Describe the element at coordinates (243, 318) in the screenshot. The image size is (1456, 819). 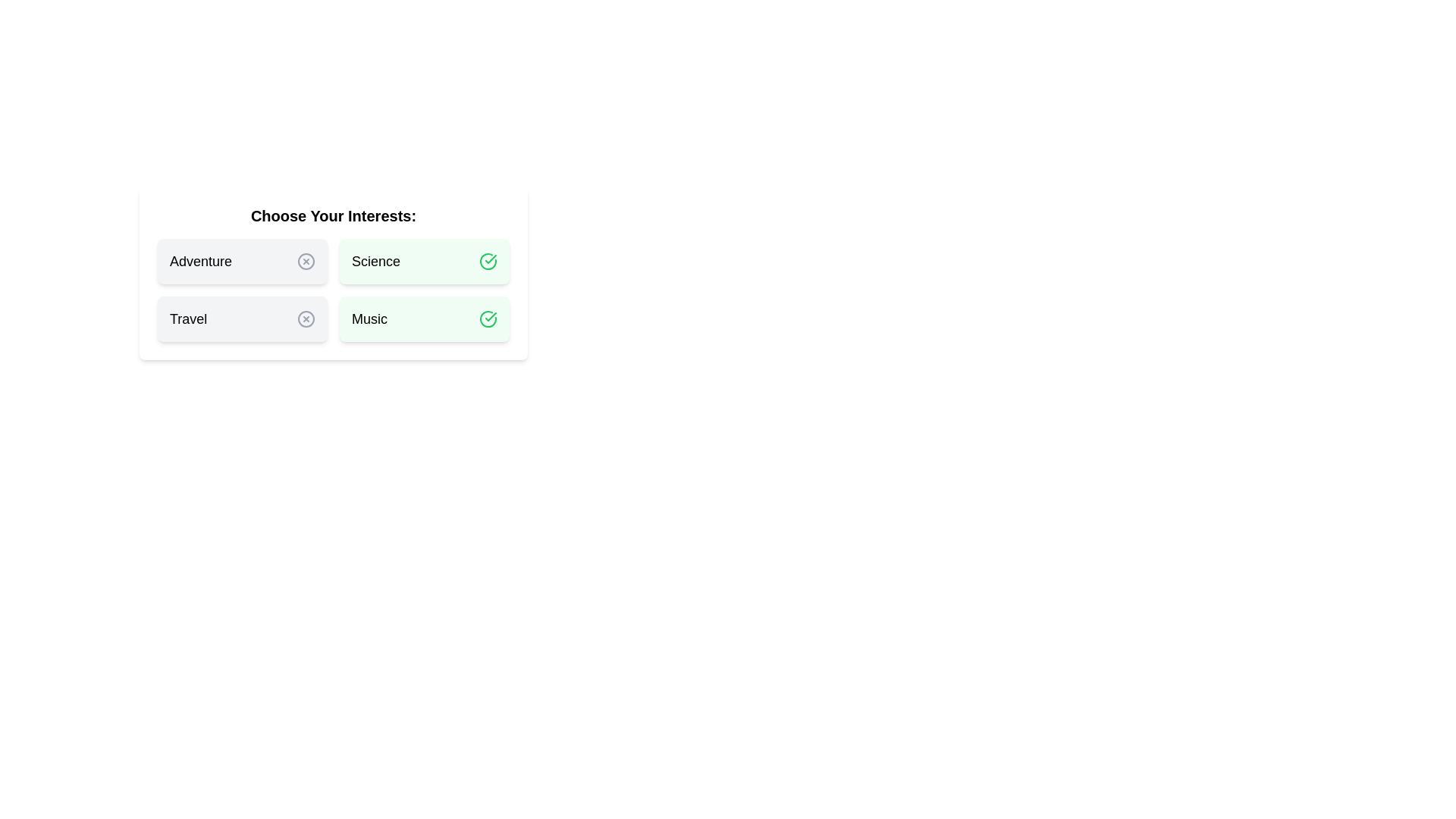
I see `the chip labeled Travel` at that location.